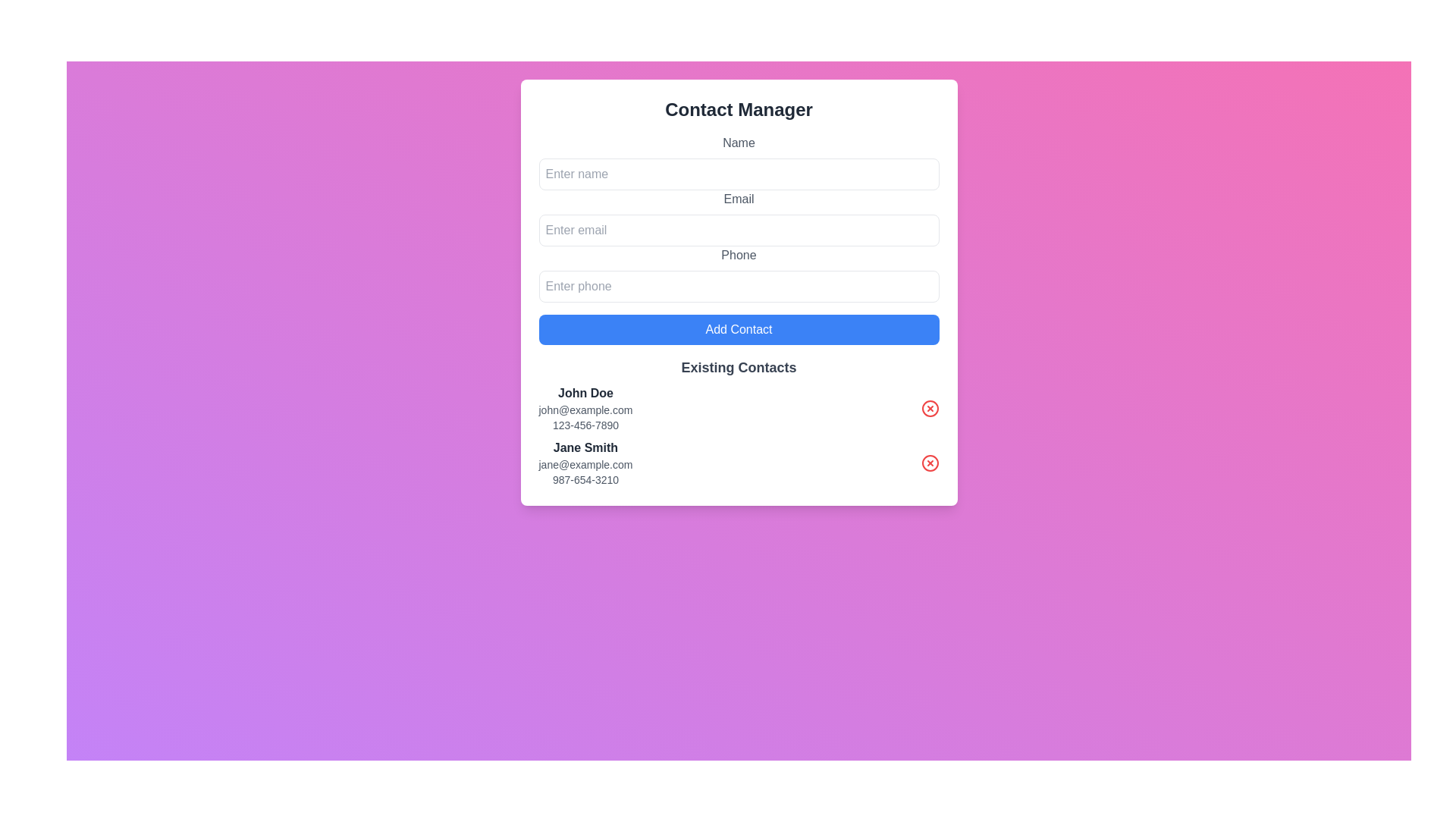  Describe the element at coordinates (739, 408) in the screenshot. I see `contact information contained within the contact information card for 'John Doe', which includes the name, email address, and phone number` at that location.